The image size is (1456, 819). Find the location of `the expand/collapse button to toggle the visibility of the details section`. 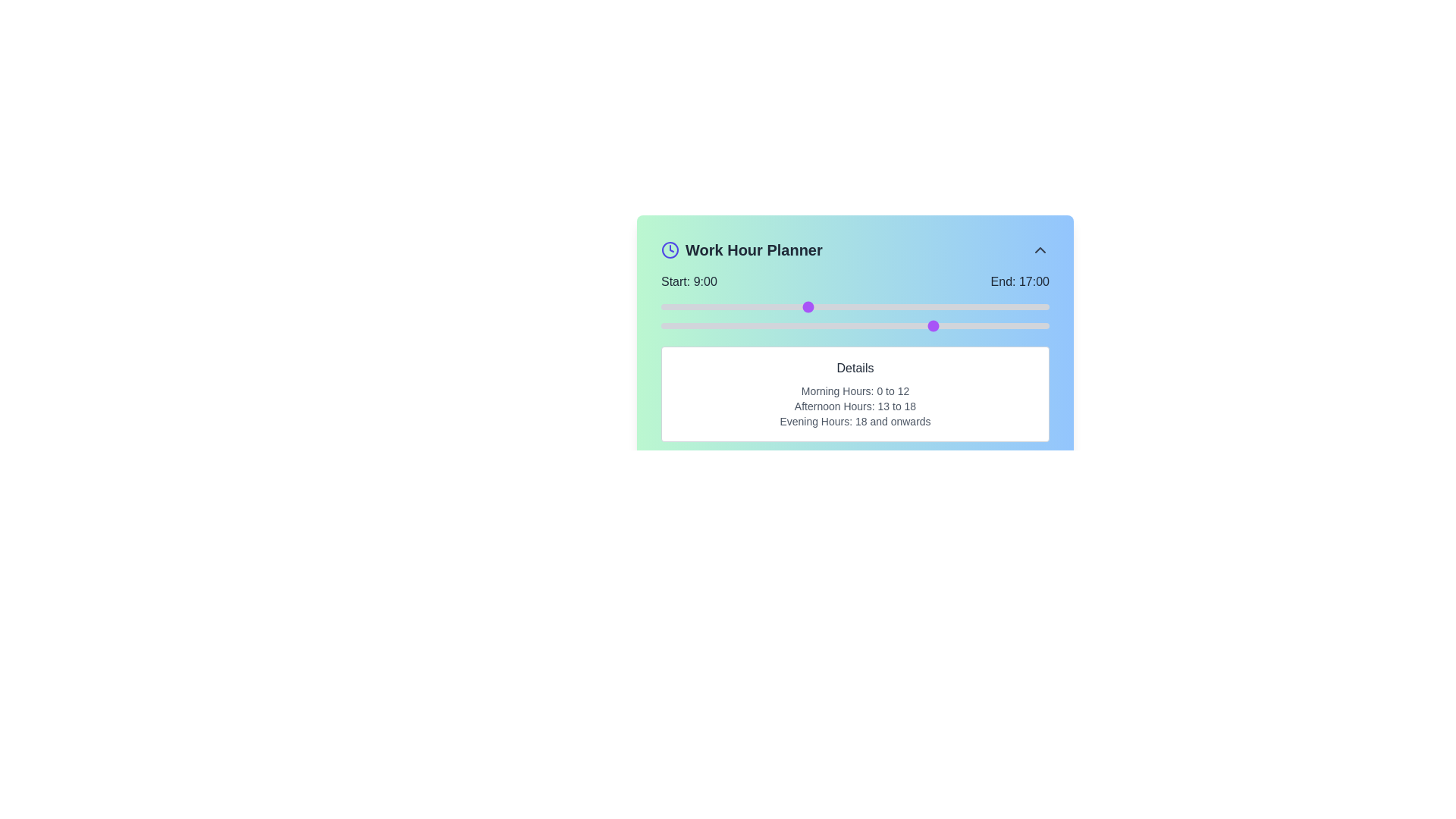

the expand/collapse button to toggle the visibility of the details section is located at coordinates (1040, 249).